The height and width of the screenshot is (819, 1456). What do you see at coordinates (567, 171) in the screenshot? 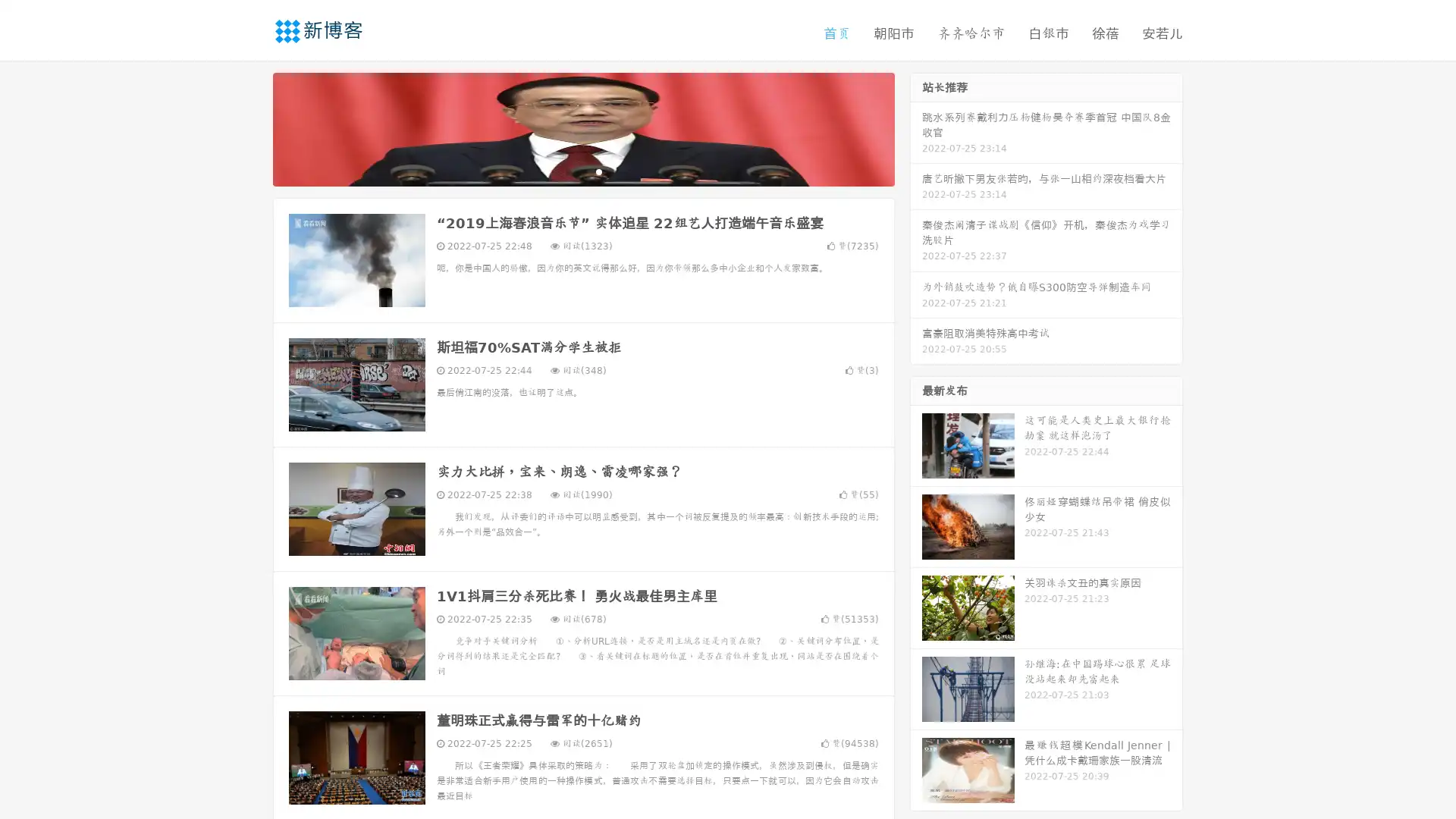
I see `Go to slide 1` at bounding box center [567, 171].